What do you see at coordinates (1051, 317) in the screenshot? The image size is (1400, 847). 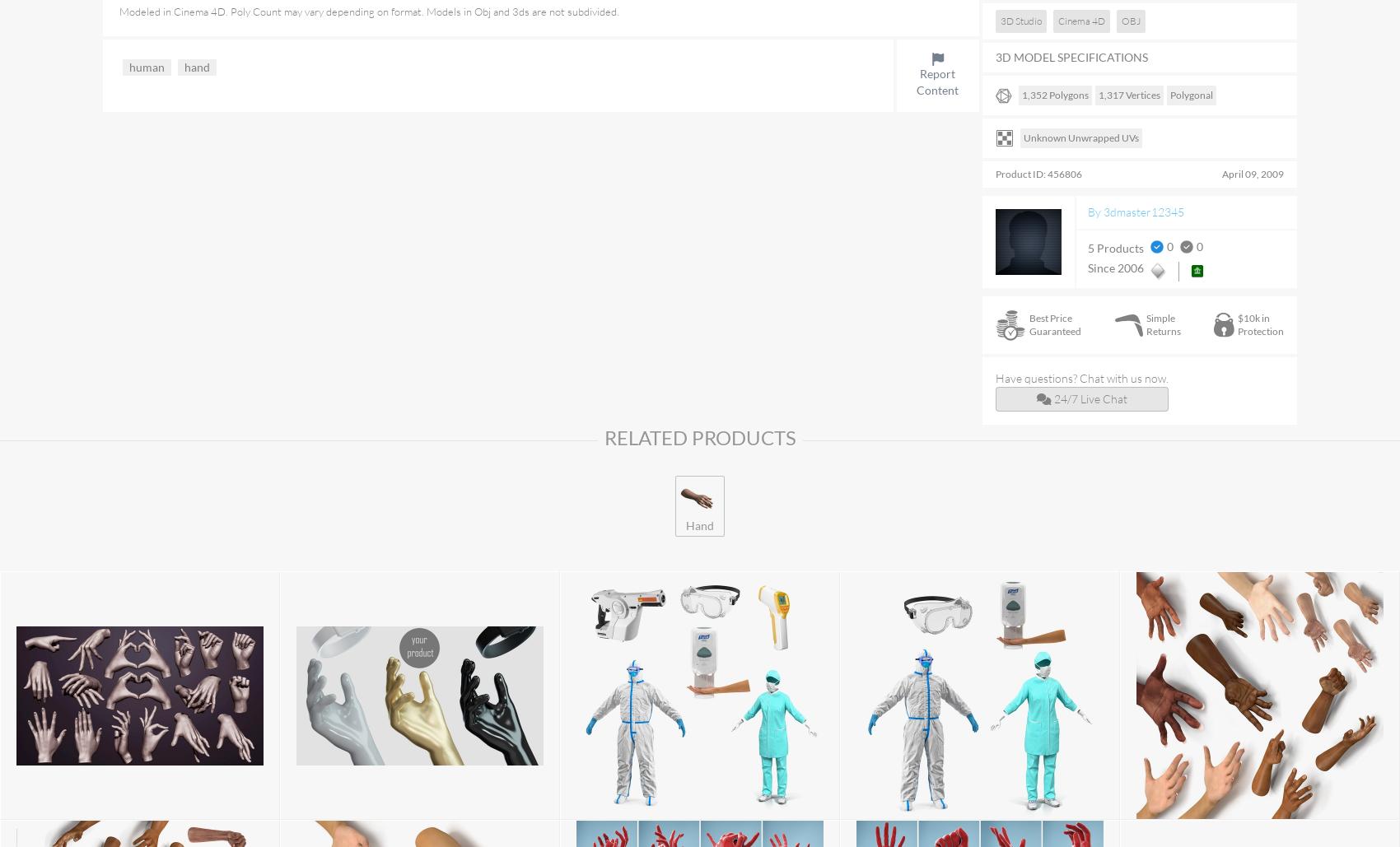 I see `'Best Price'` at bounding box center [1051, 317].